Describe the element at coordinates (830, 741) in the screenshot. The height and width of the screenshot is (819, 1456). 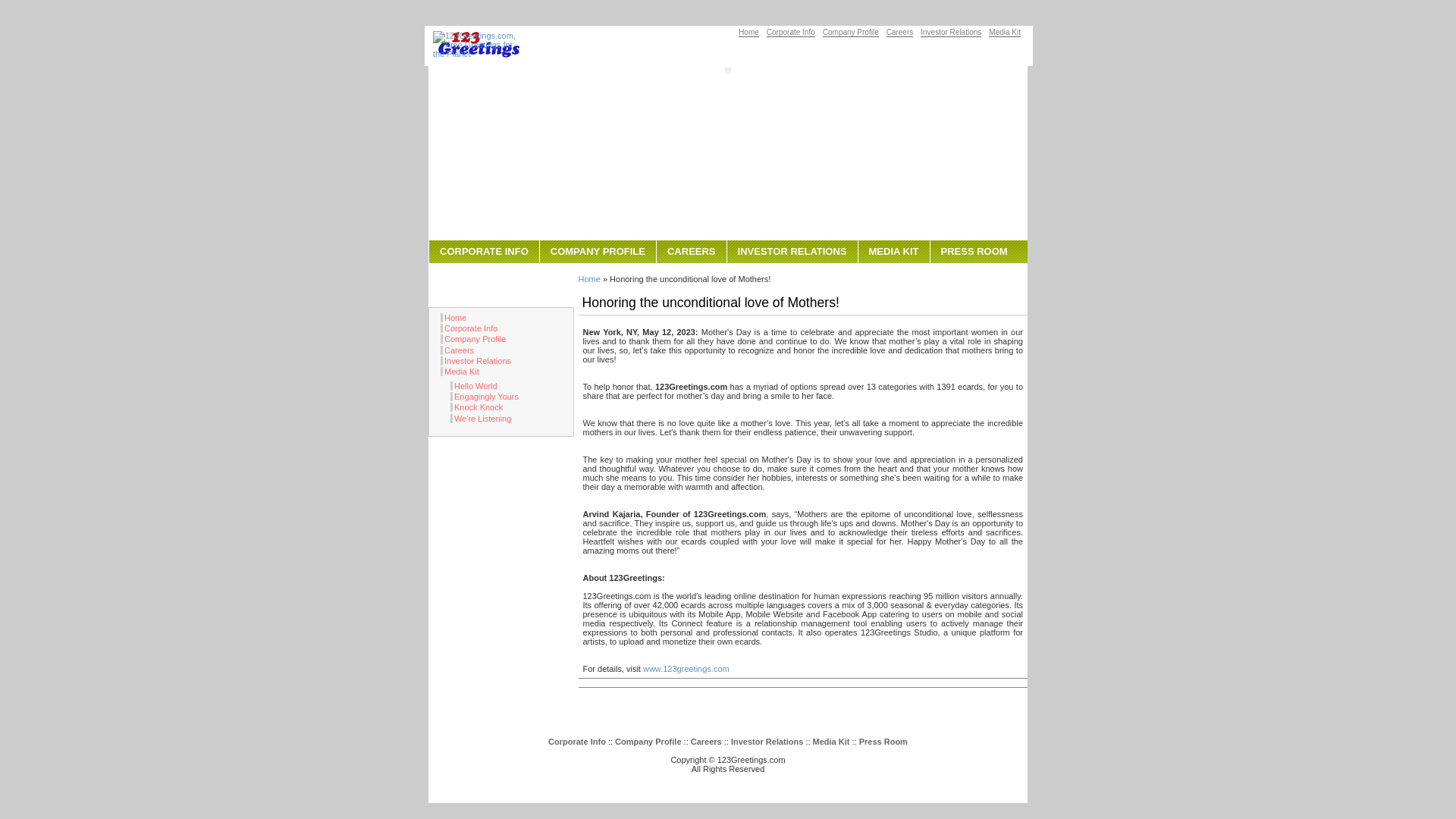
I see `'Media Kit'` at that location.